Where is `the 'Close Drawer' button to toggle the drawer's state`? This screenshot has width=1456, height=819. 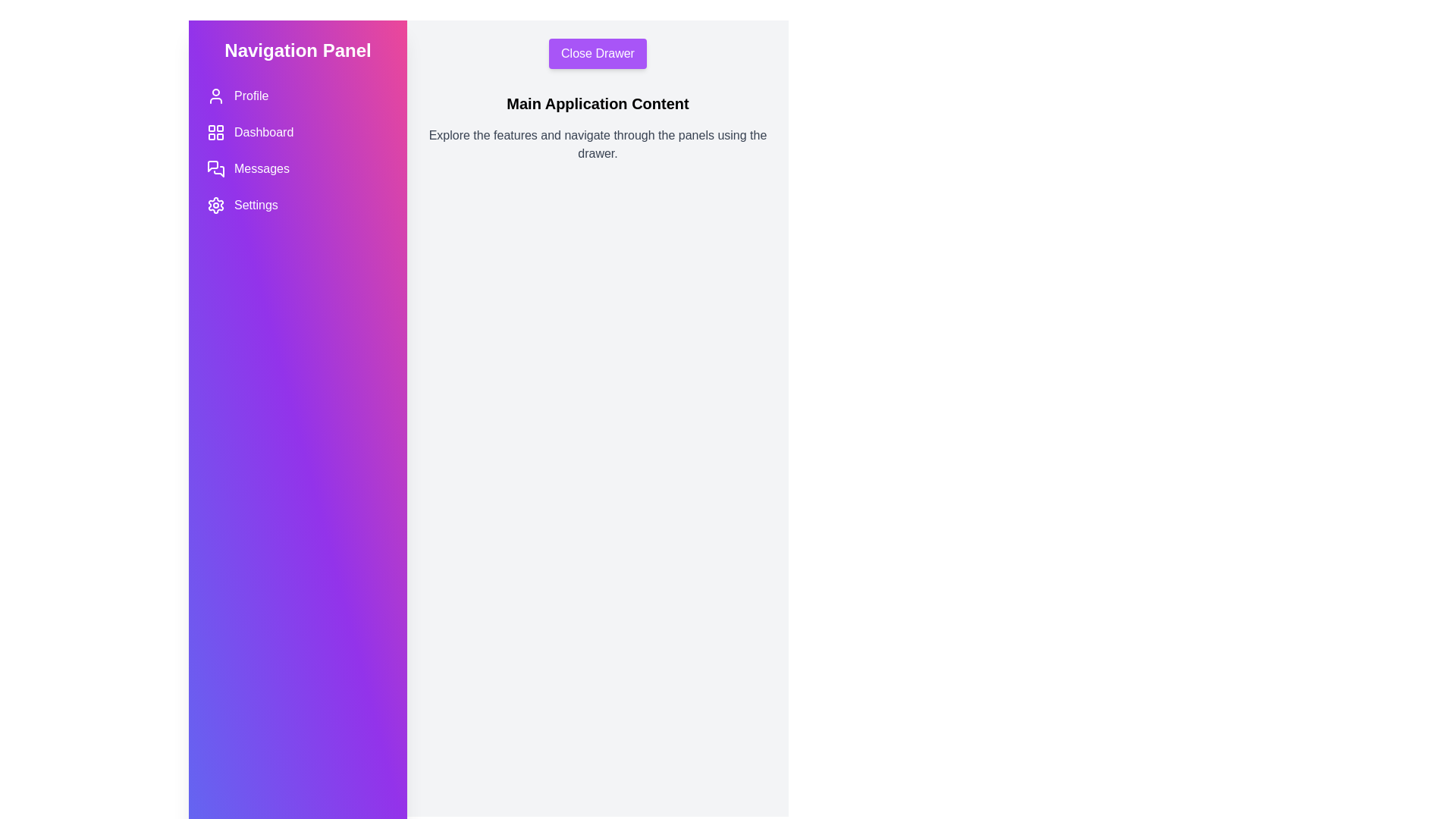 the 'Close Drawer' button to toggle the drawer's state is located at coordinates (596, 52).